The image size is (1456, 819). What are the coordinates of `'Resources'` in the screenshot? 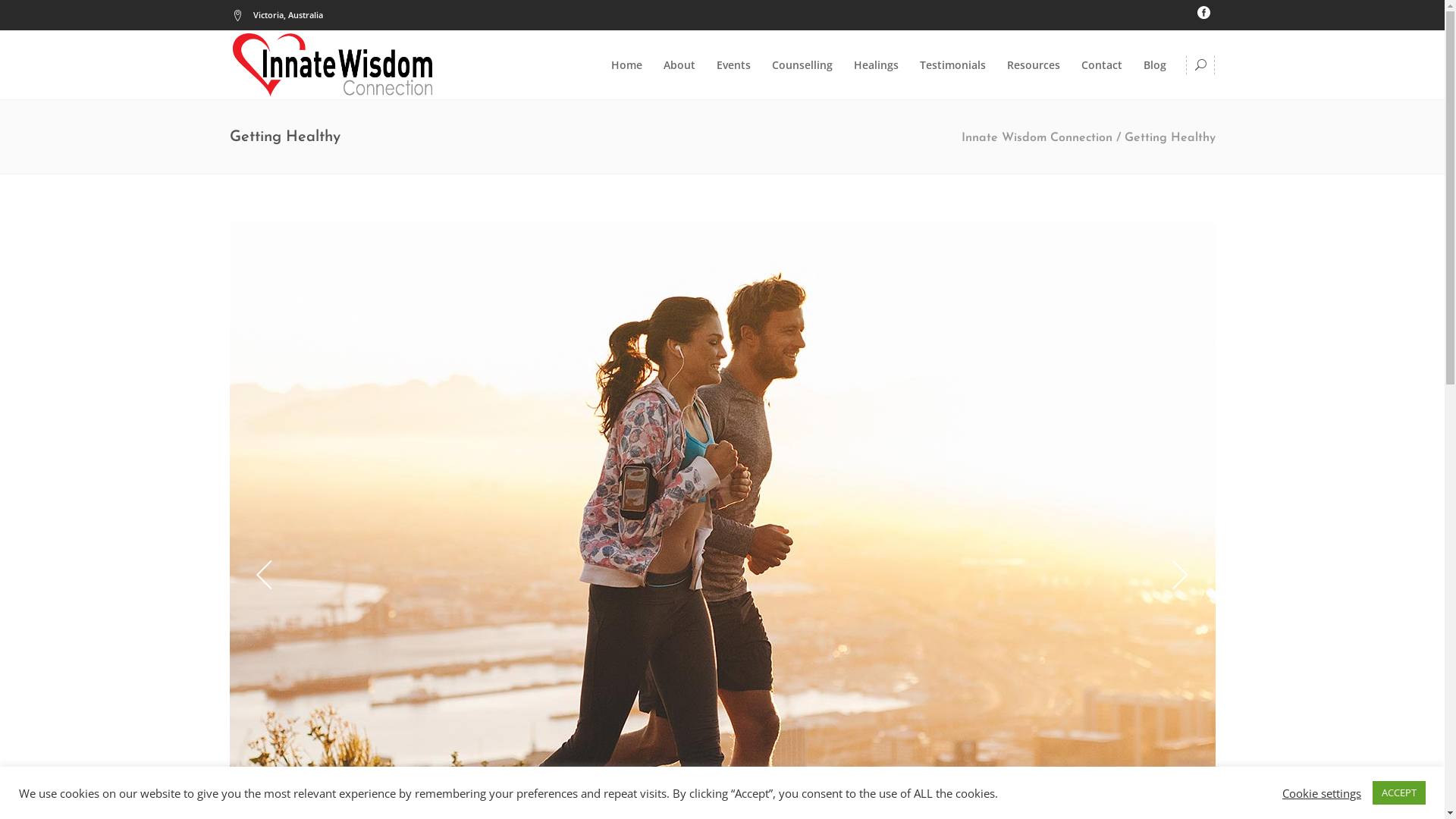 It's located at (1033, 64).